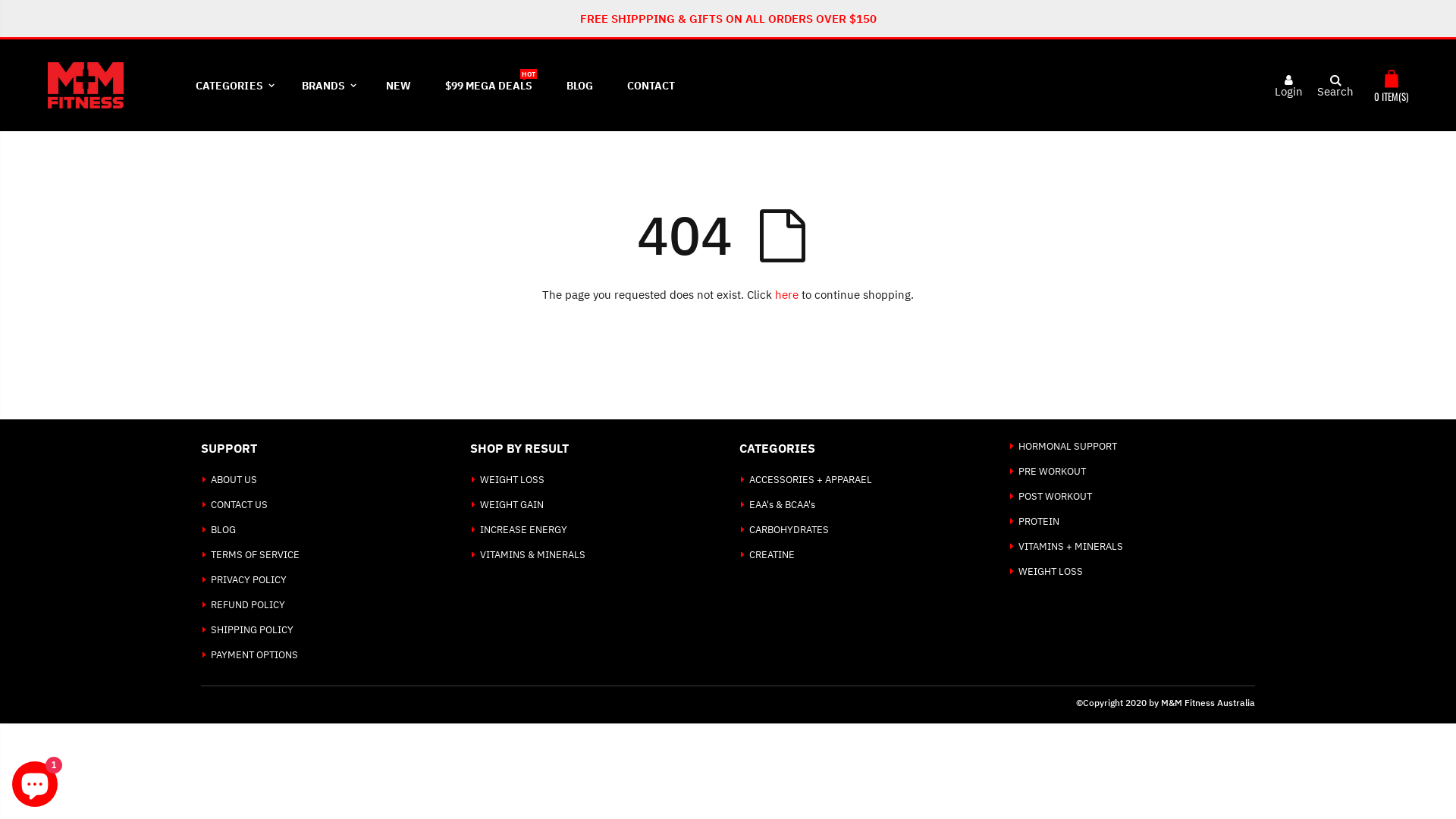 The width and height of the screenshot is (1456, 819). Describe the element at coordinates (1391, 85) in the screenshot. I see `'0ITEM(S)'` at that location.